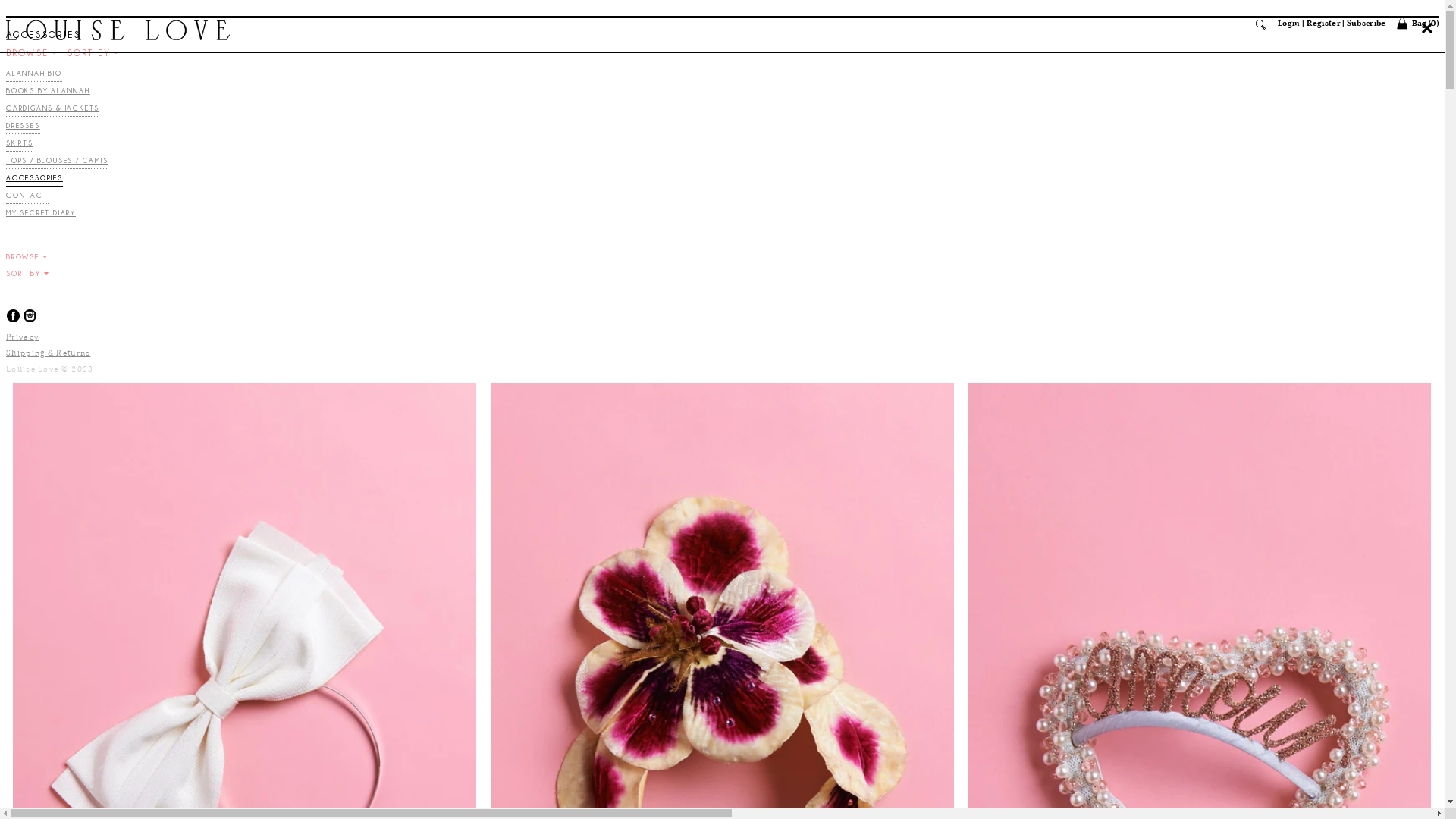  I want to click on 'BOOKS BY ALANNAH', so click(48, 93).